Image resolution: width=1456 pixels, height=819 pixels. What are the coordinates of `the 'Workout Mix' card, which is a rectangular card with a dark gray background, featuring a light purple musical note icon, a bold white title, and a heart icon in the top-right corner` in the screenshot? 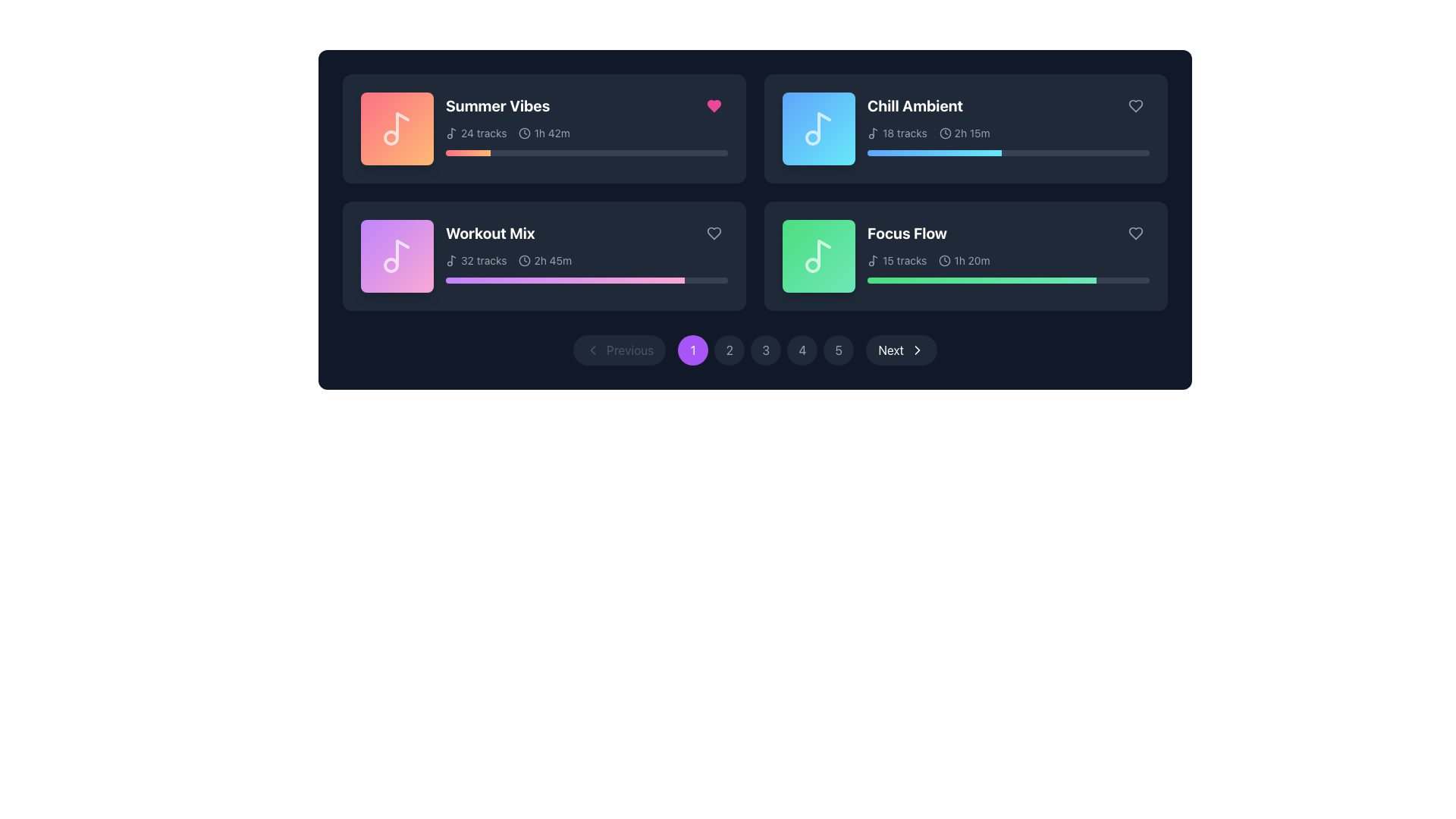 It's located at (544, 256).